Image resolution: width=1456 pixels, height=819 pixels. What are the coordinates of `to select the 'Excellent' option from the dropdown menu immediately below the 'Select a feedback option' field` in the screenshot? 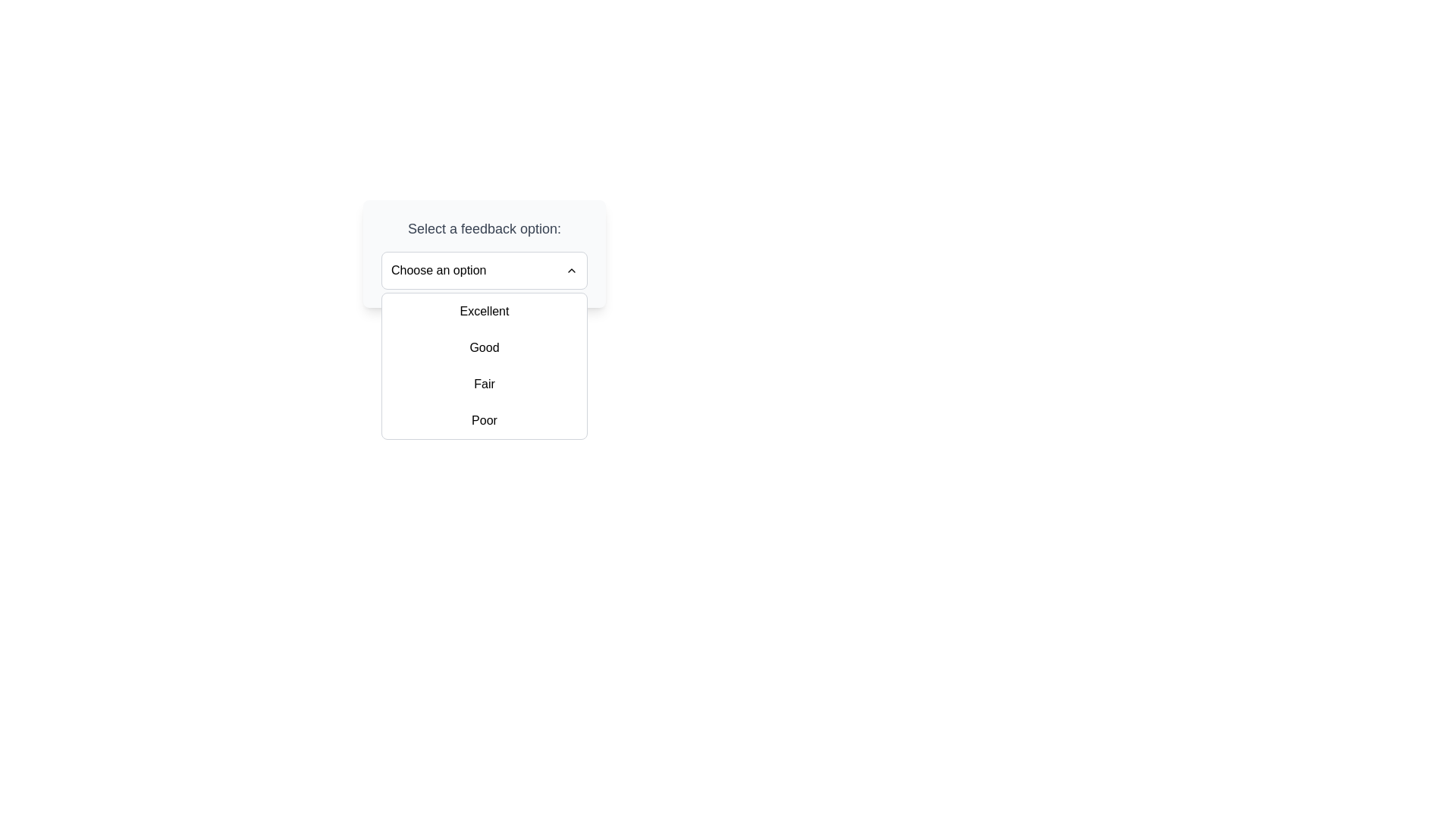 It's located at (483, 311).